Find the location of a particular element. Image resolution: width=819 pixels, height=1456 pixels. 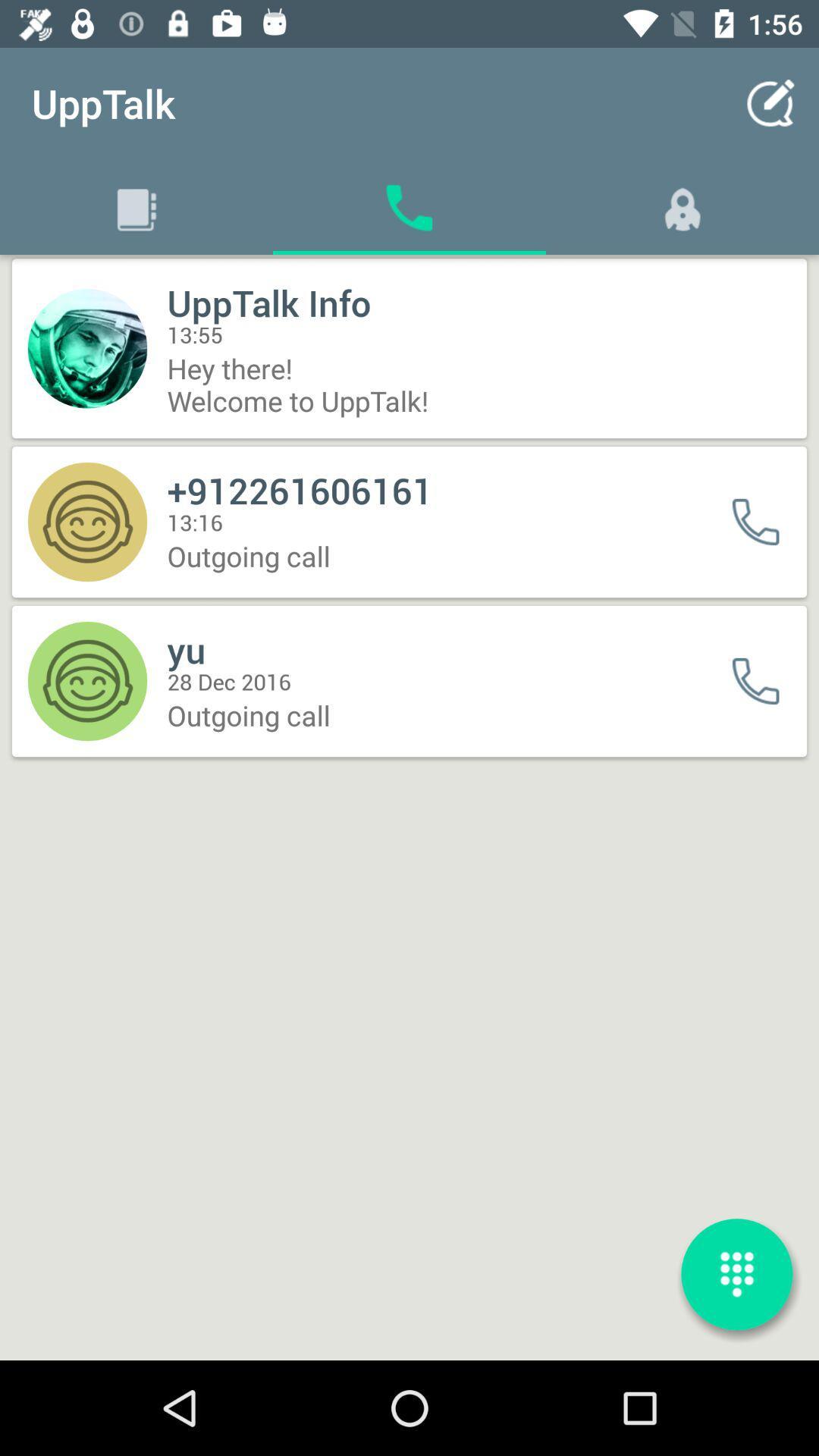

call it is located at coordinates (765, 680).